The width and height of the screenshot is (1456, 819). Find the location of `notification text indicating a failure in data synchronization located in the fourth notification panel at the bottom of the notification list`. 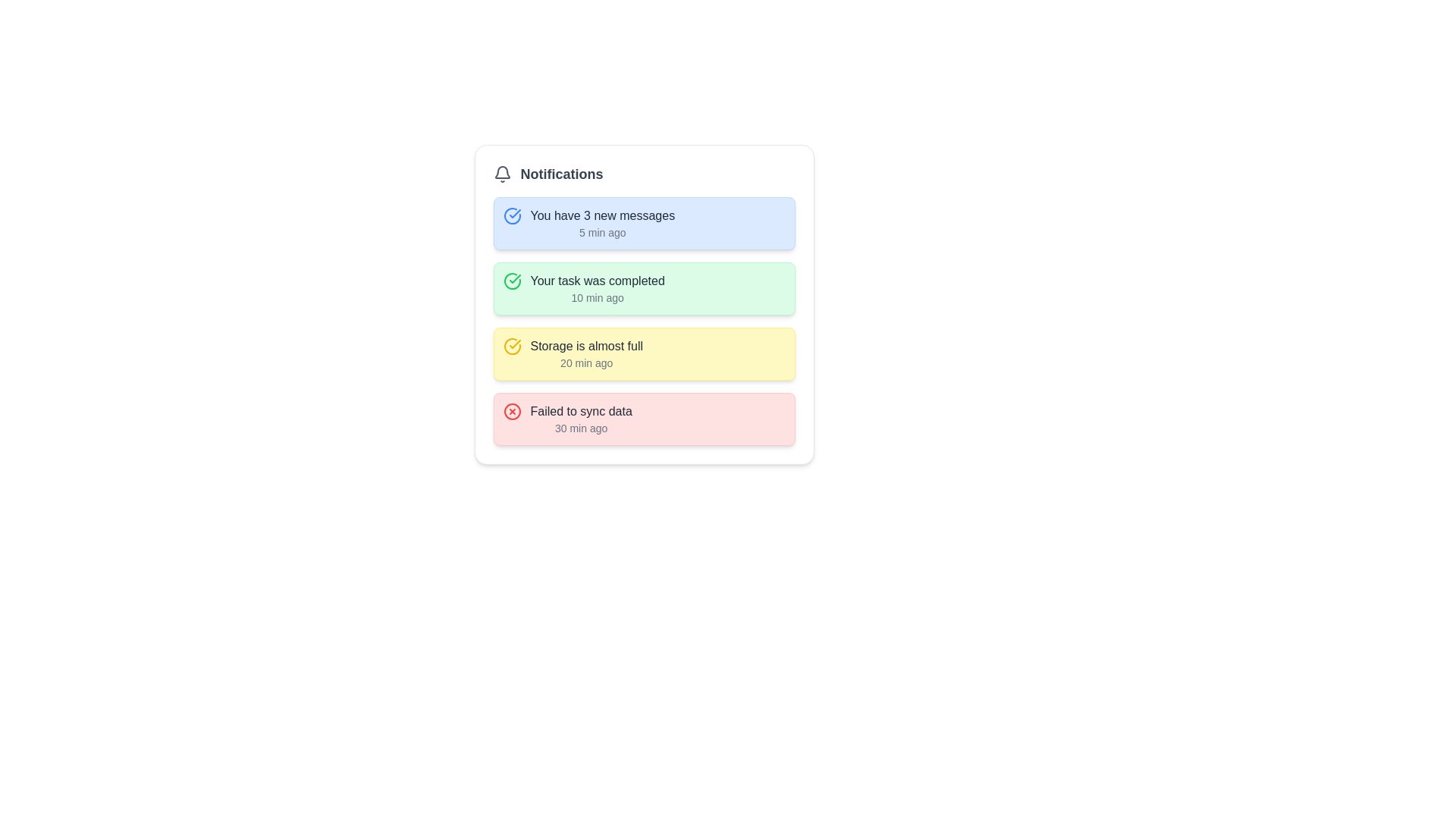

notification text indicating a failure in data synchronization located in the fourth notification panel at the bottom of the notification list is located at coordinates (580, 412).